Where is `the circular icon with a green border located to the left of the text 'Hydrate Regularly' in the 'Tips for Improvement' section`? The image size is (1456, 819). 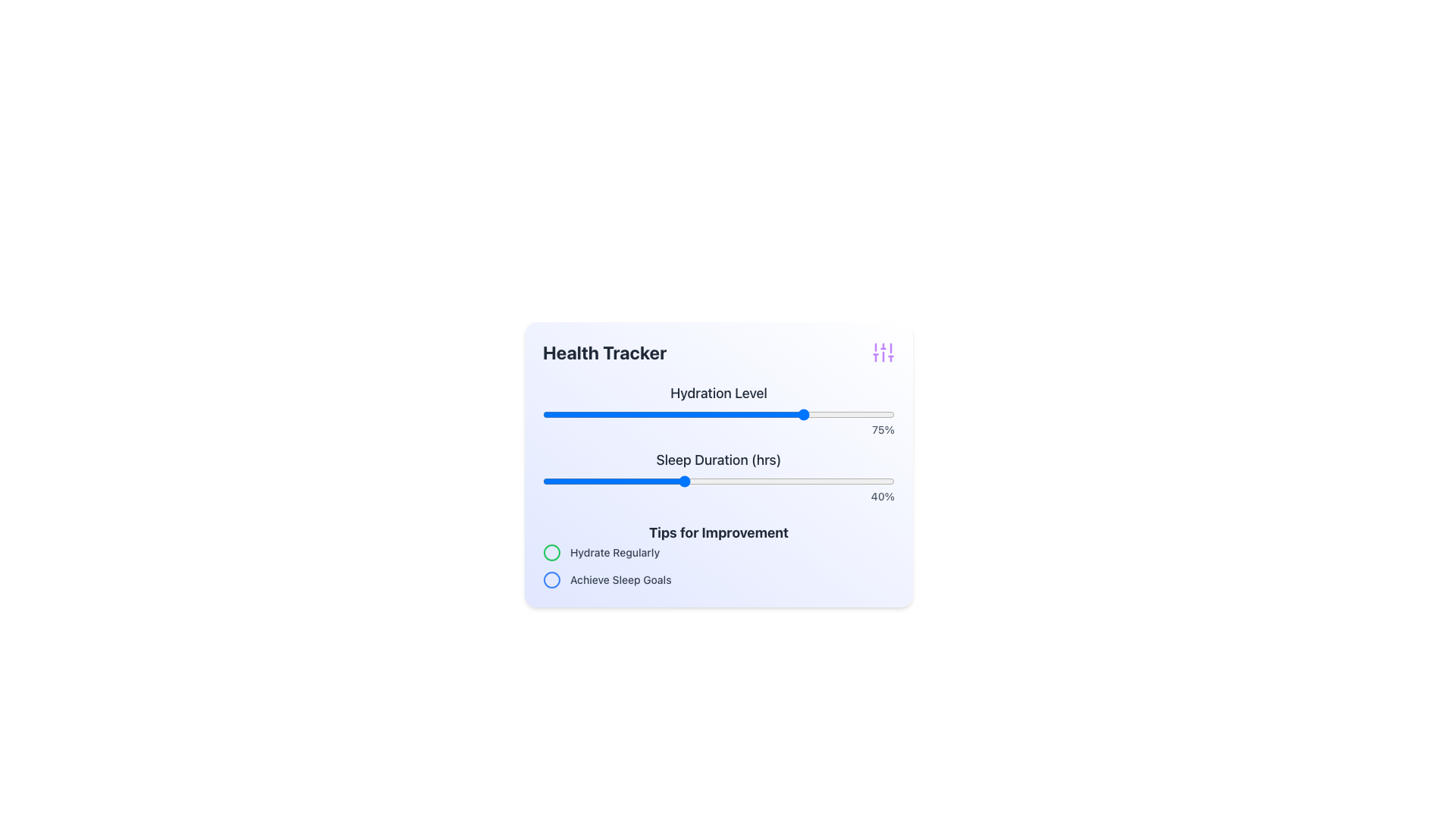 the circular icon with a green border located to the left of the text 'Hydrate Regularly' in the 'Tips for Improvement' section is located at coordinates (551, 553).